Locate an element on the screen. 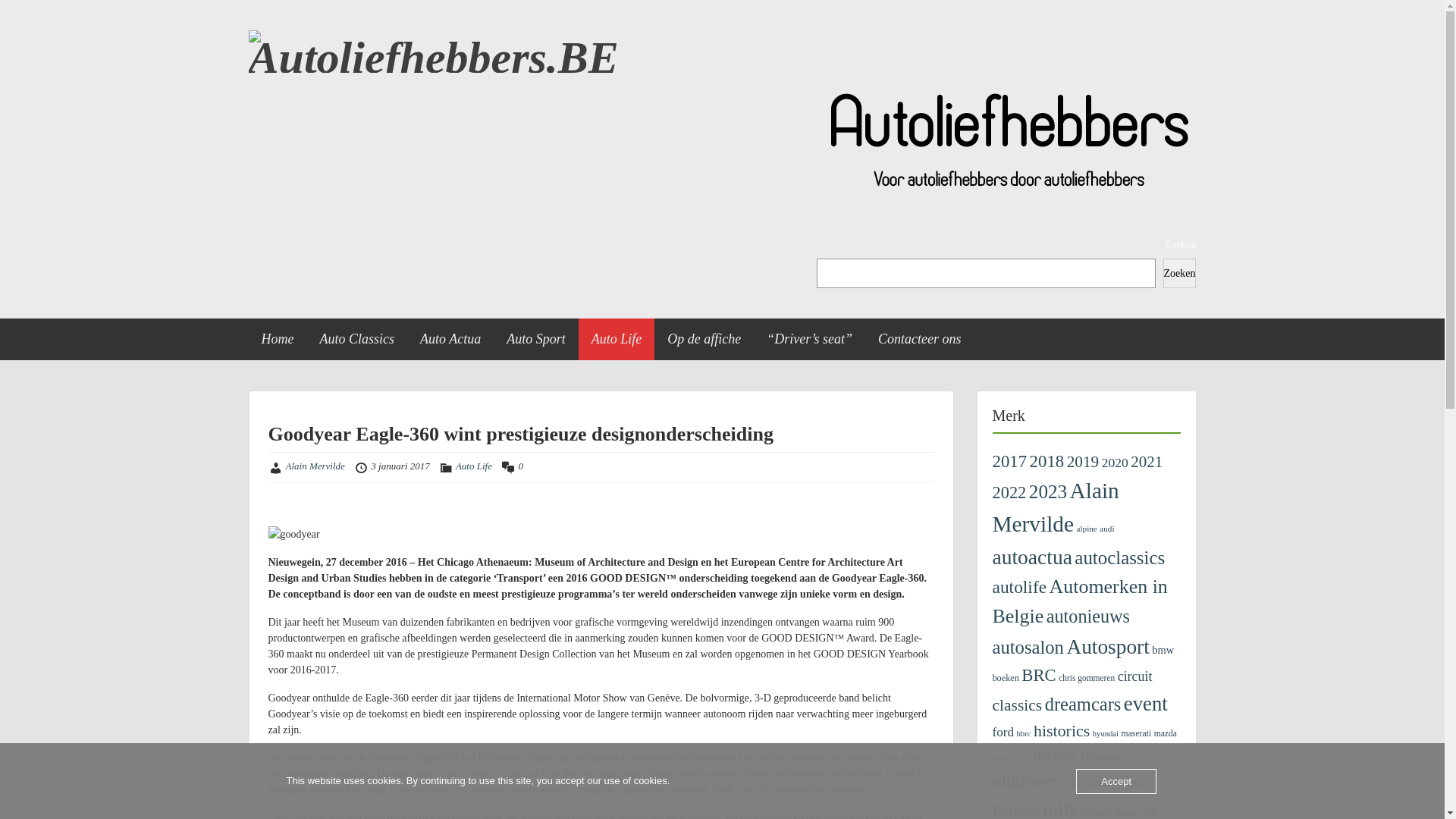 This screenshot has width=1456, height=819. 'boeken' is located at coordinates (1005, 677).